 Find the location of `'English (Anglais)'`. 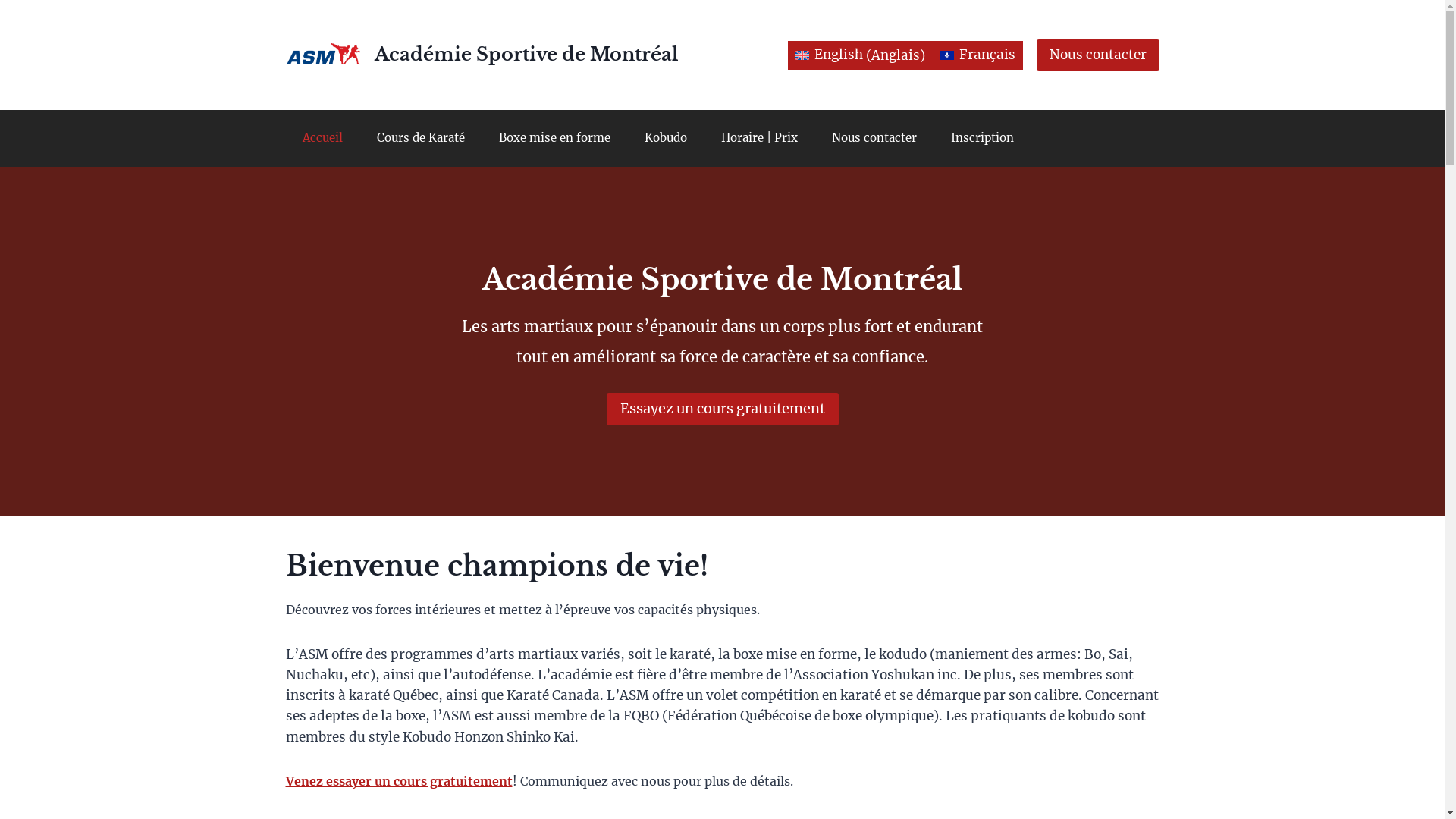

'English (Anglais)' is located at coordinates (860, 55).